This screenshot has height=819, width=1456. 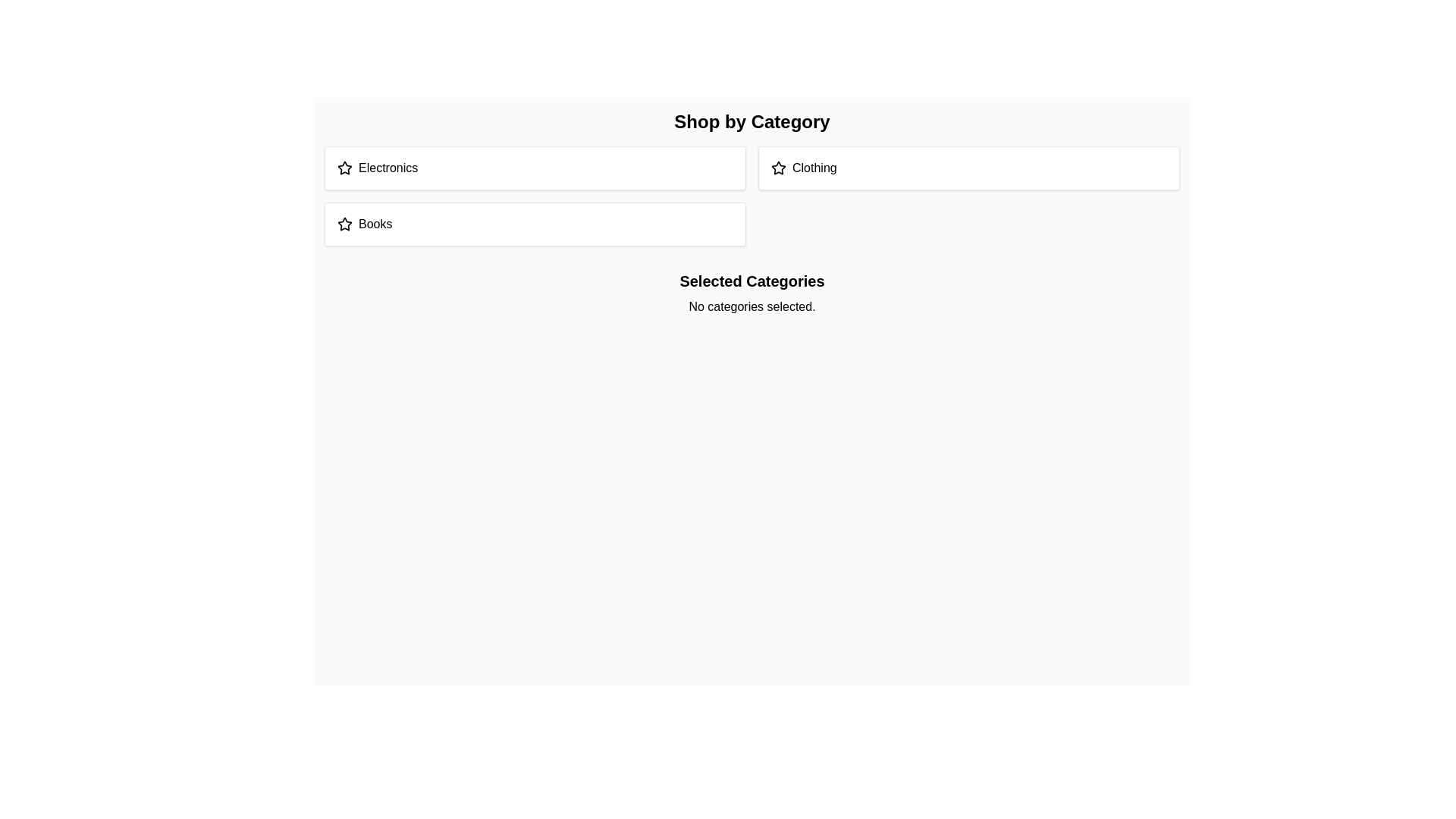 I want to click on the Text element (Heading) that serves as the title for the section displaying selected categories, located above a message text that reads 'No categories selected.', so click(x=752, y=281).